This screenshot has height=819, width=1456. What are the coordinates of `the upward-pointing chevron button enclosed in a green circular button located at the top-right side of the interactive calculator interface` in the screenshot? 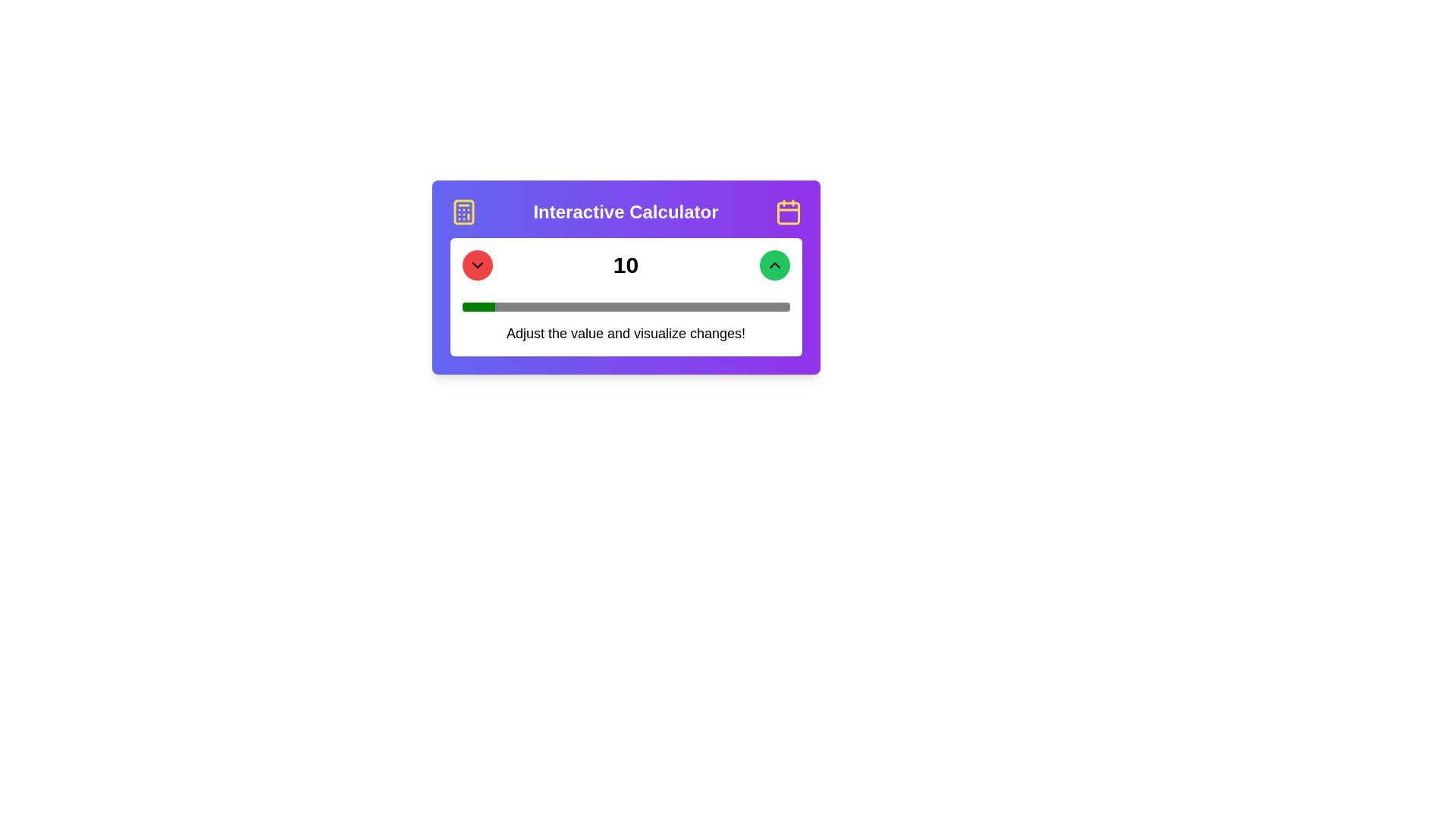 It's located at (774, 265).